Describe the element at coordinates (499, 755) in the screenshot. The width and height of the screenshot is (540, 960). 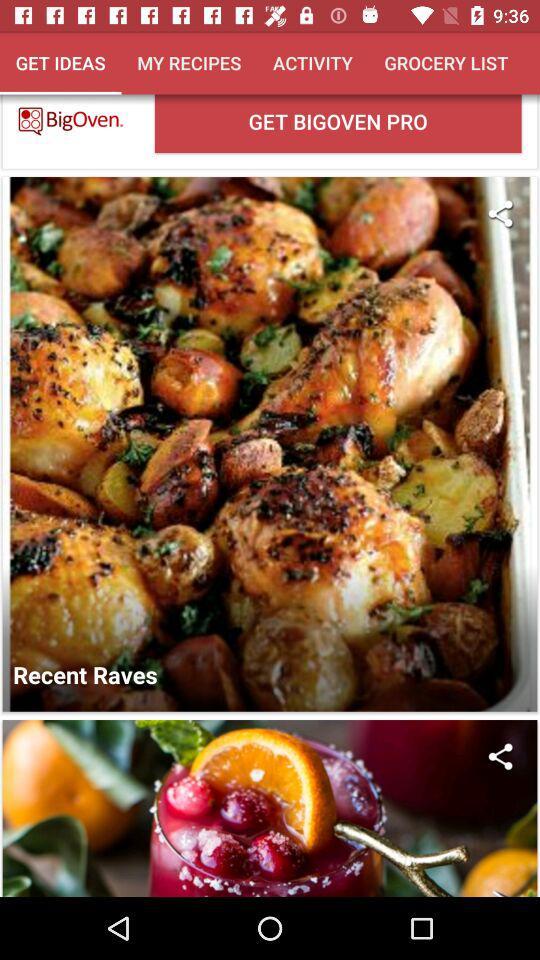
I see `share the the image` at that location.